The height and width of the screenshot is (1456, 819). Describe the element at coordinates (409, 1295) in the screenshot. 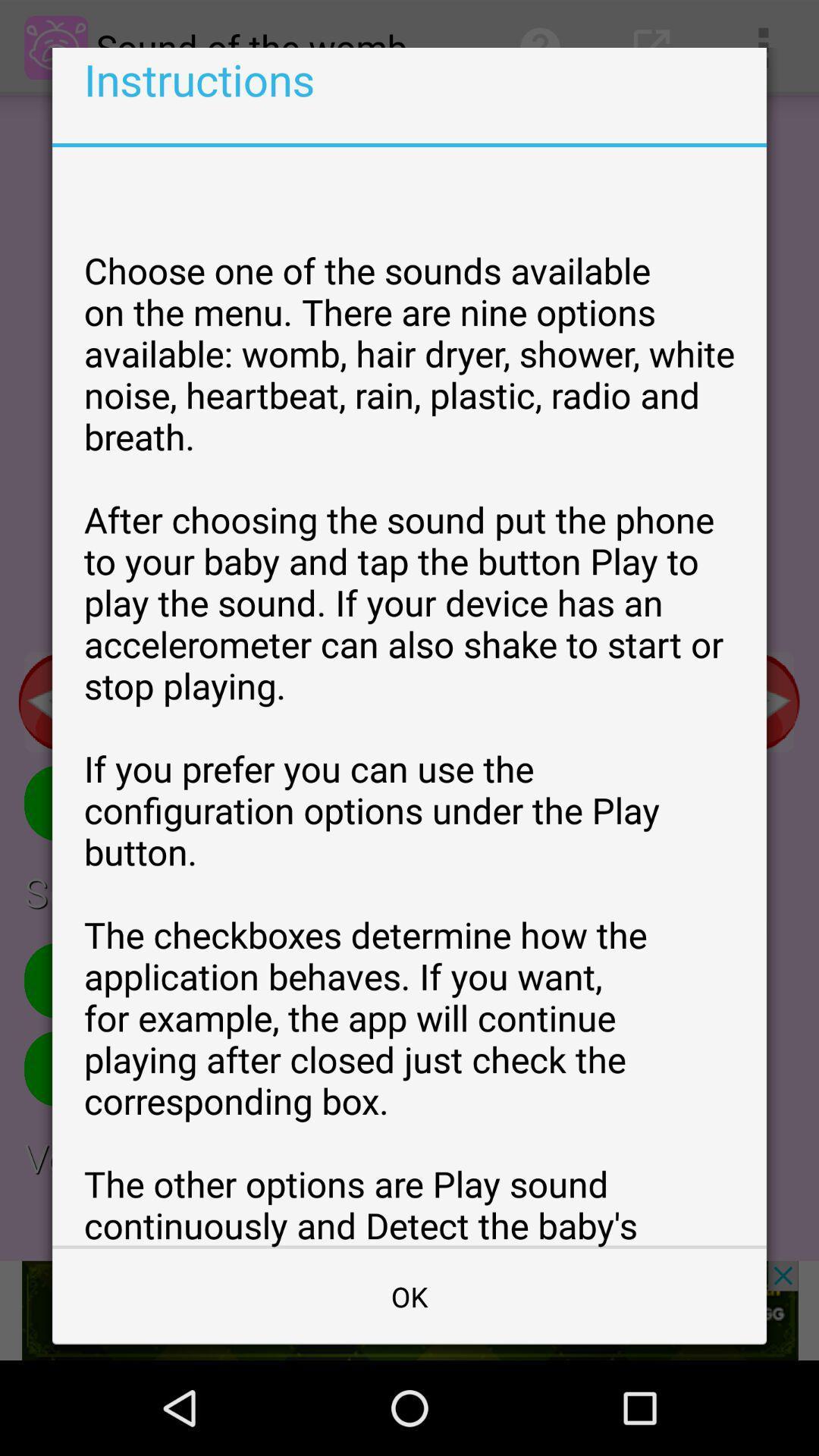

I see `the app below the choose one of item` at that location.